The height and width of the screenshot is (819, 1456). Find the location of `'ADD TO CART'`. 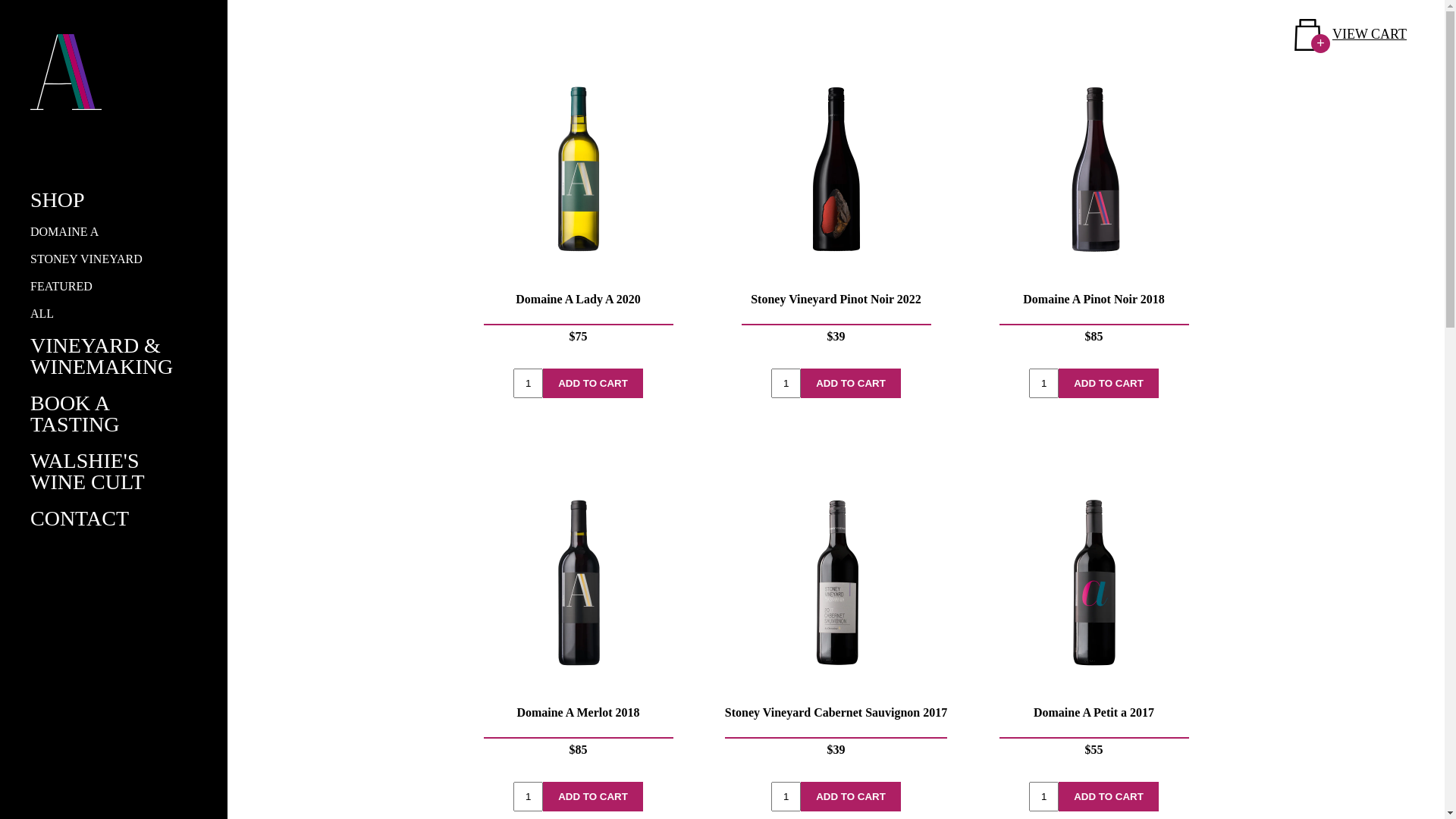

'ADD TO CART' is located at coordinates (592, 382).